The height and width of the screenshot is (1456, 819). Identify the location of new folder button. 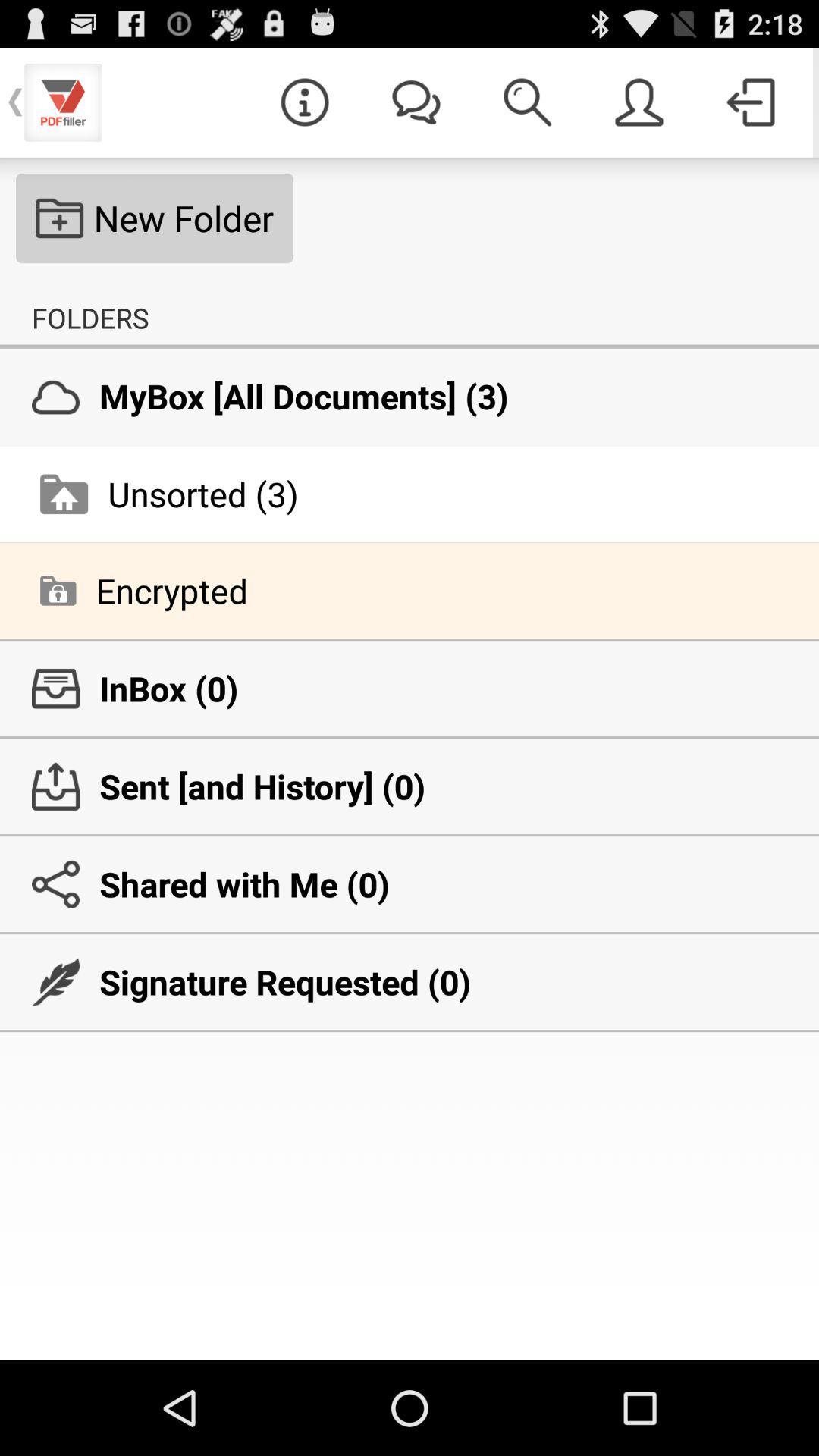
(155, 218).